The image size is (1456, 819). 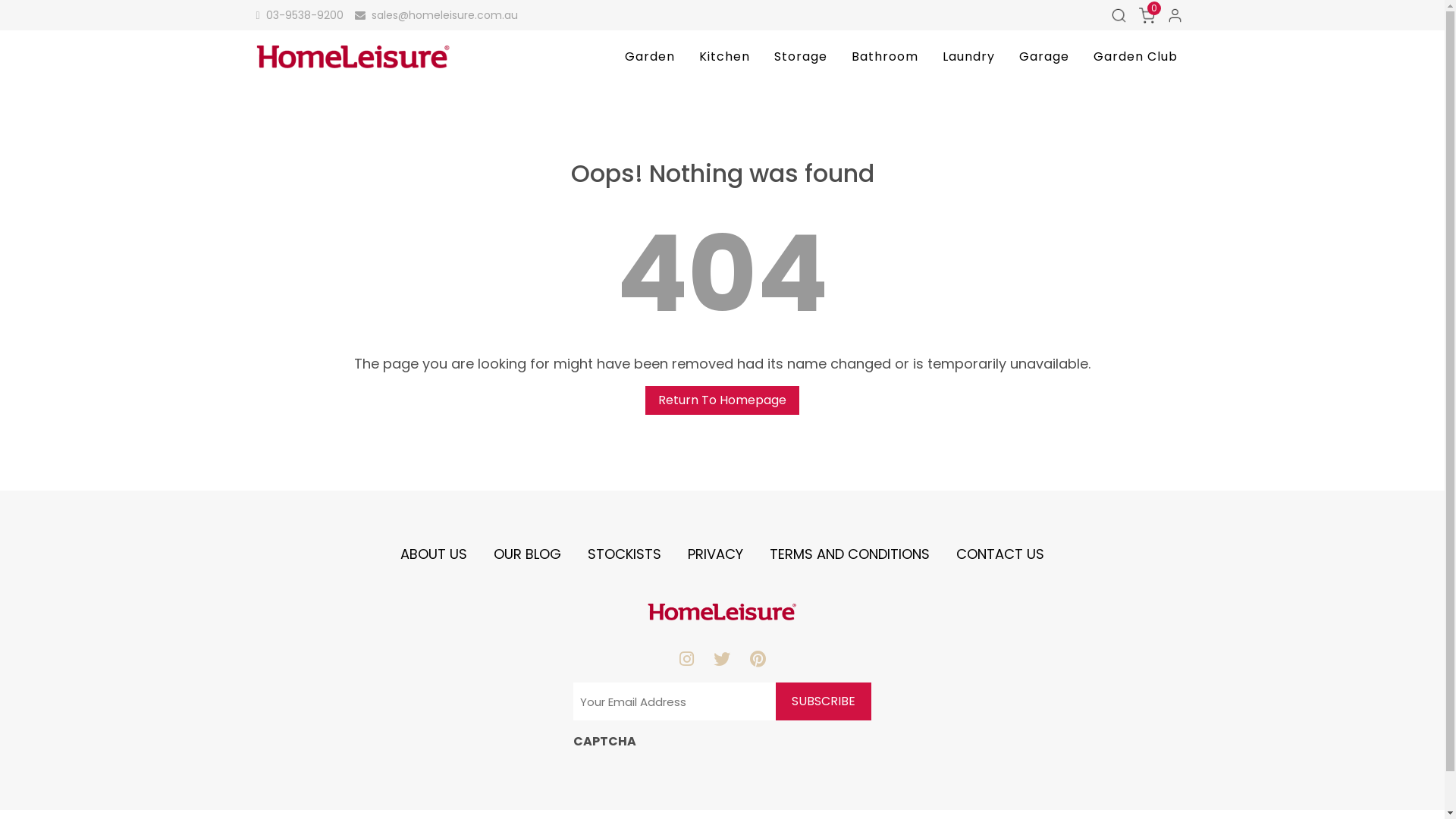 I want to click on 'Bathroom', so click(x=884, y=55).